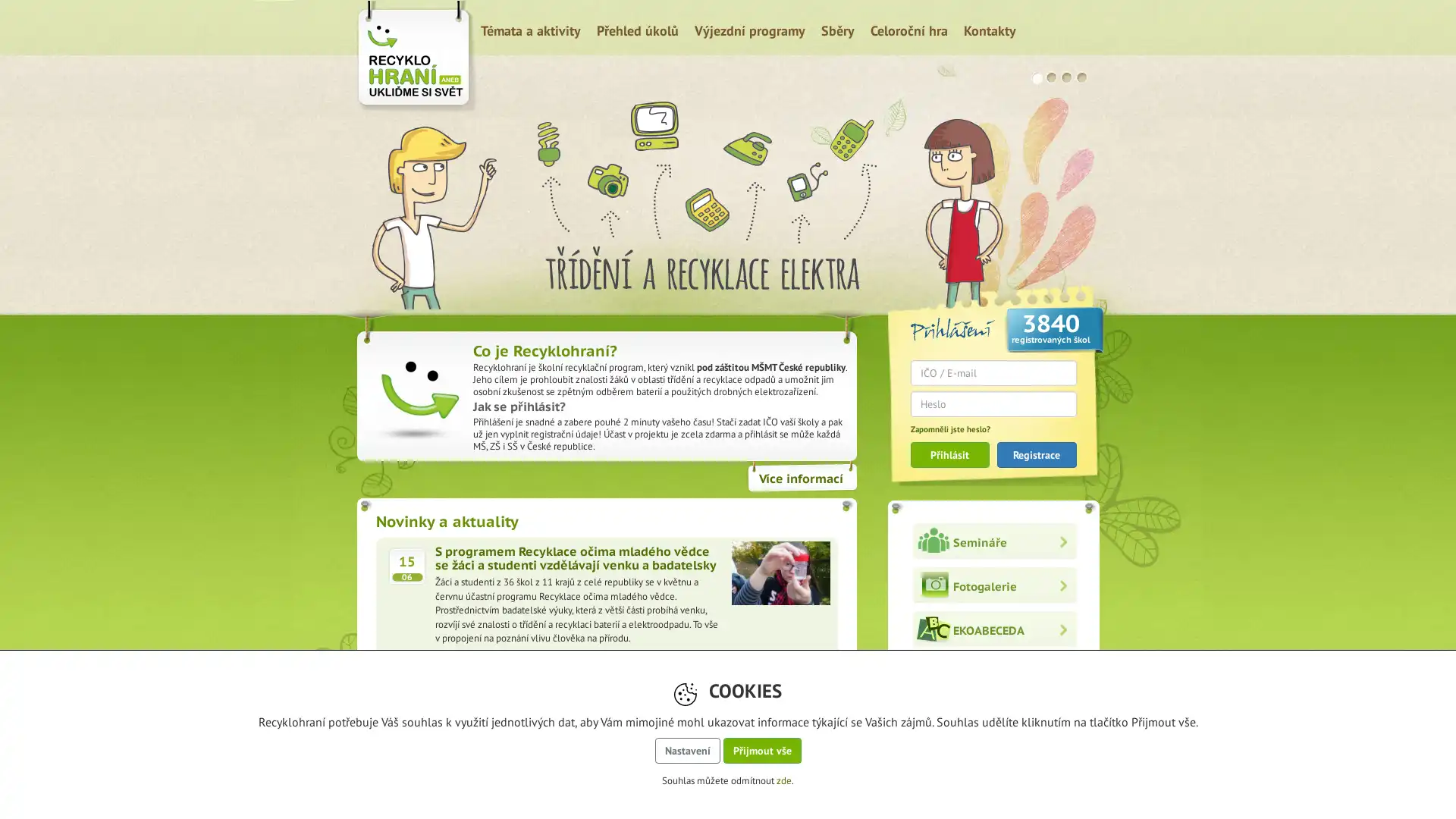  What do you see at coordinates (949, 453) in the screenshot?
I see `Prihlasit` at bounding box center [949, 453].